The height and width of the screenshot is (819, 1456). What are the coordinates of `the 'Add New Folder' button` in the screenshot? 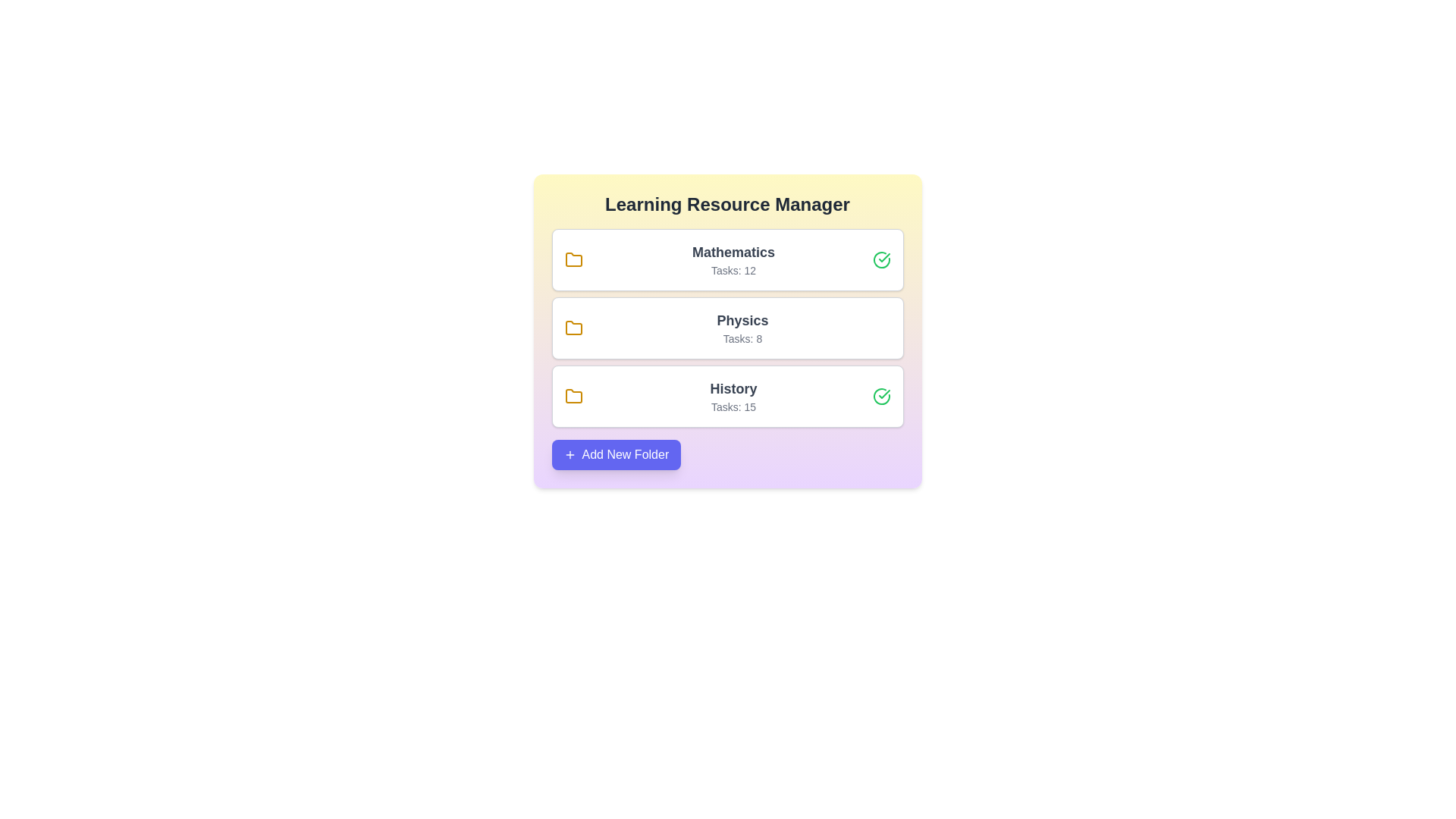 It's located at (616, 454).